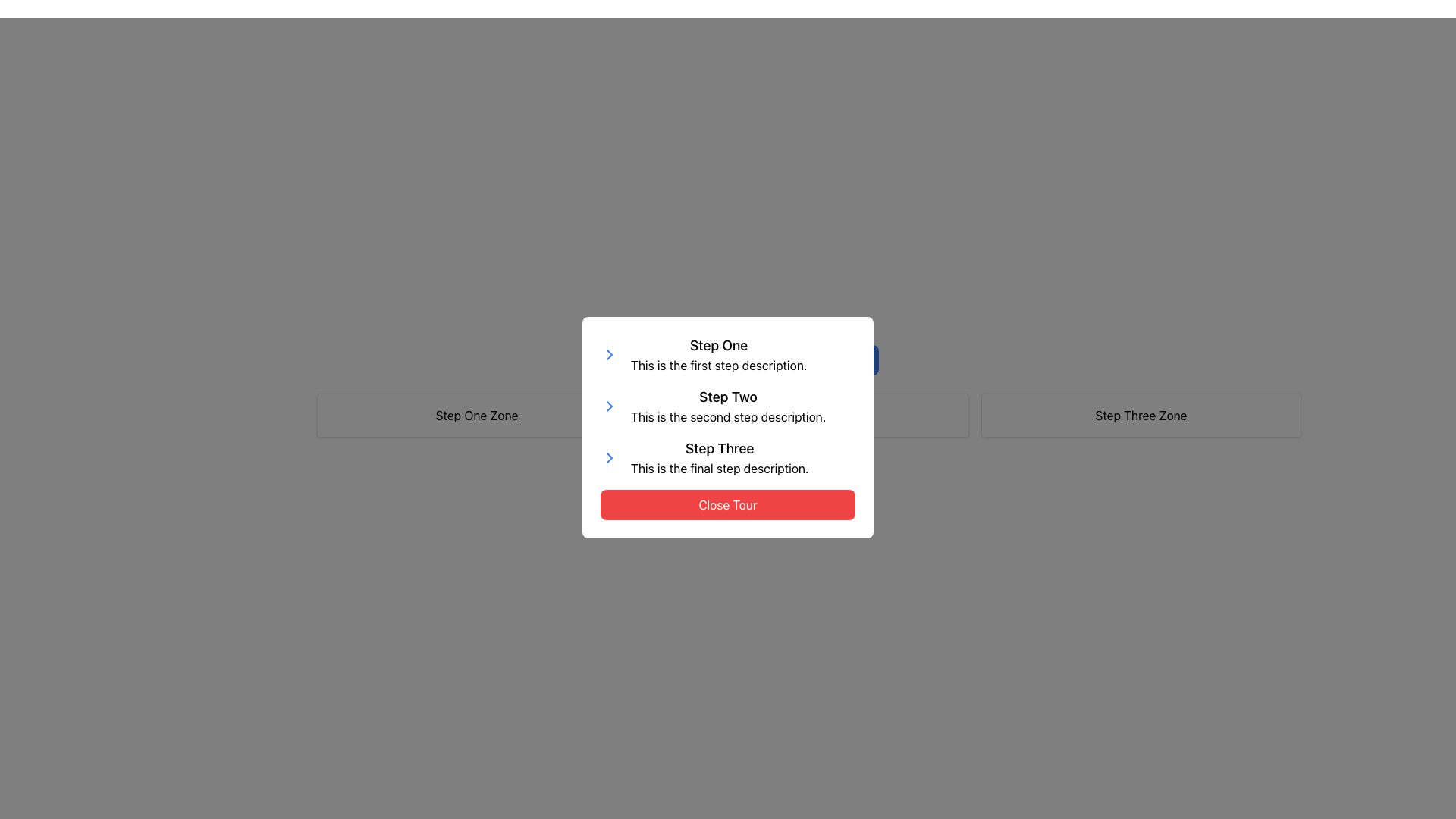 The height and width of the screenshot is (819, 1456). I want to click on the 'Step Two' text label, which is the second of three step descriptions in a column layout inside a centered modal, so click(728, 406).